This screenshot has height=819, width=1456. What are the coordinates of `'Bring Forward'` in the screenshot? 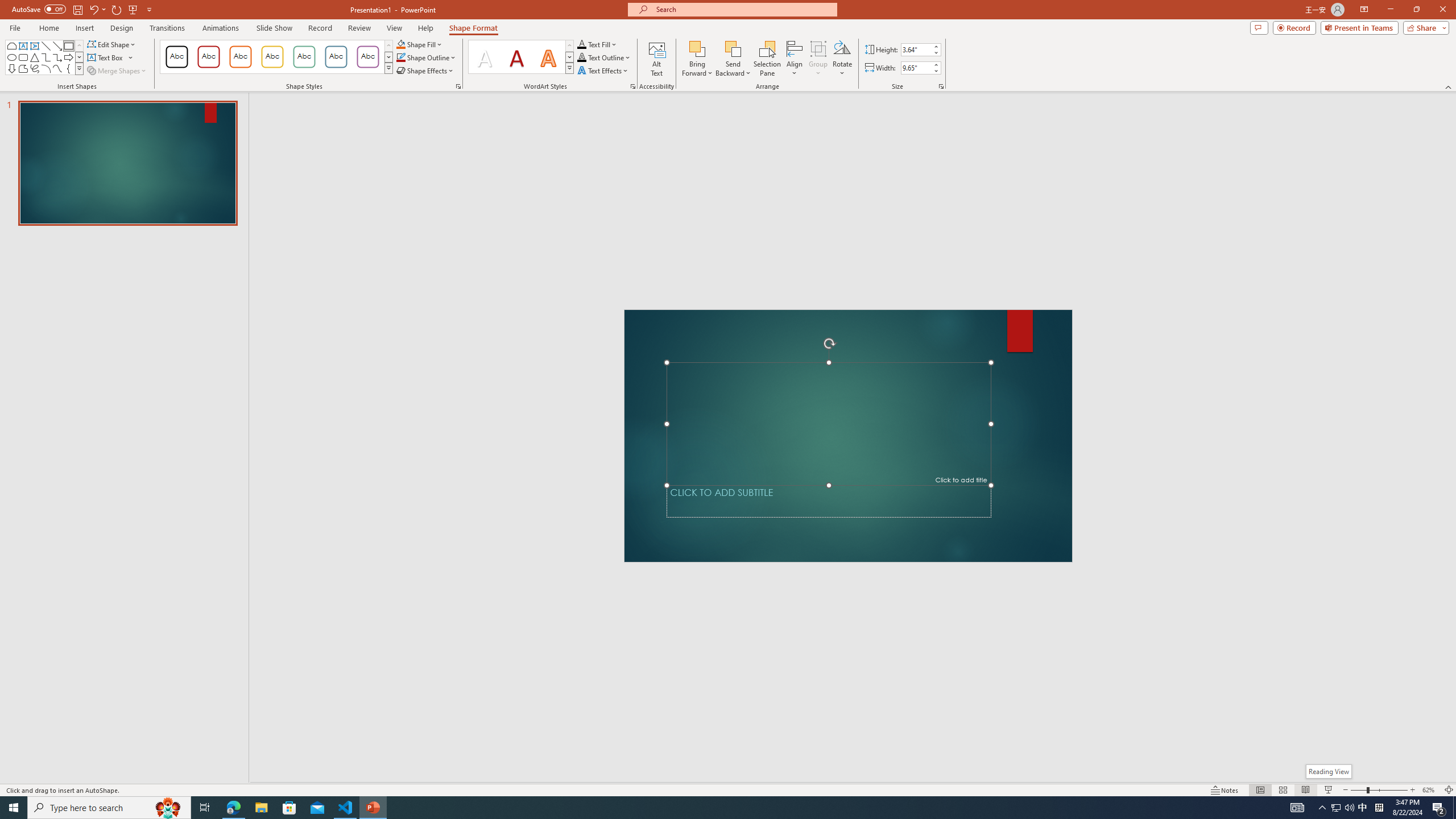 It's located at (698, 48).